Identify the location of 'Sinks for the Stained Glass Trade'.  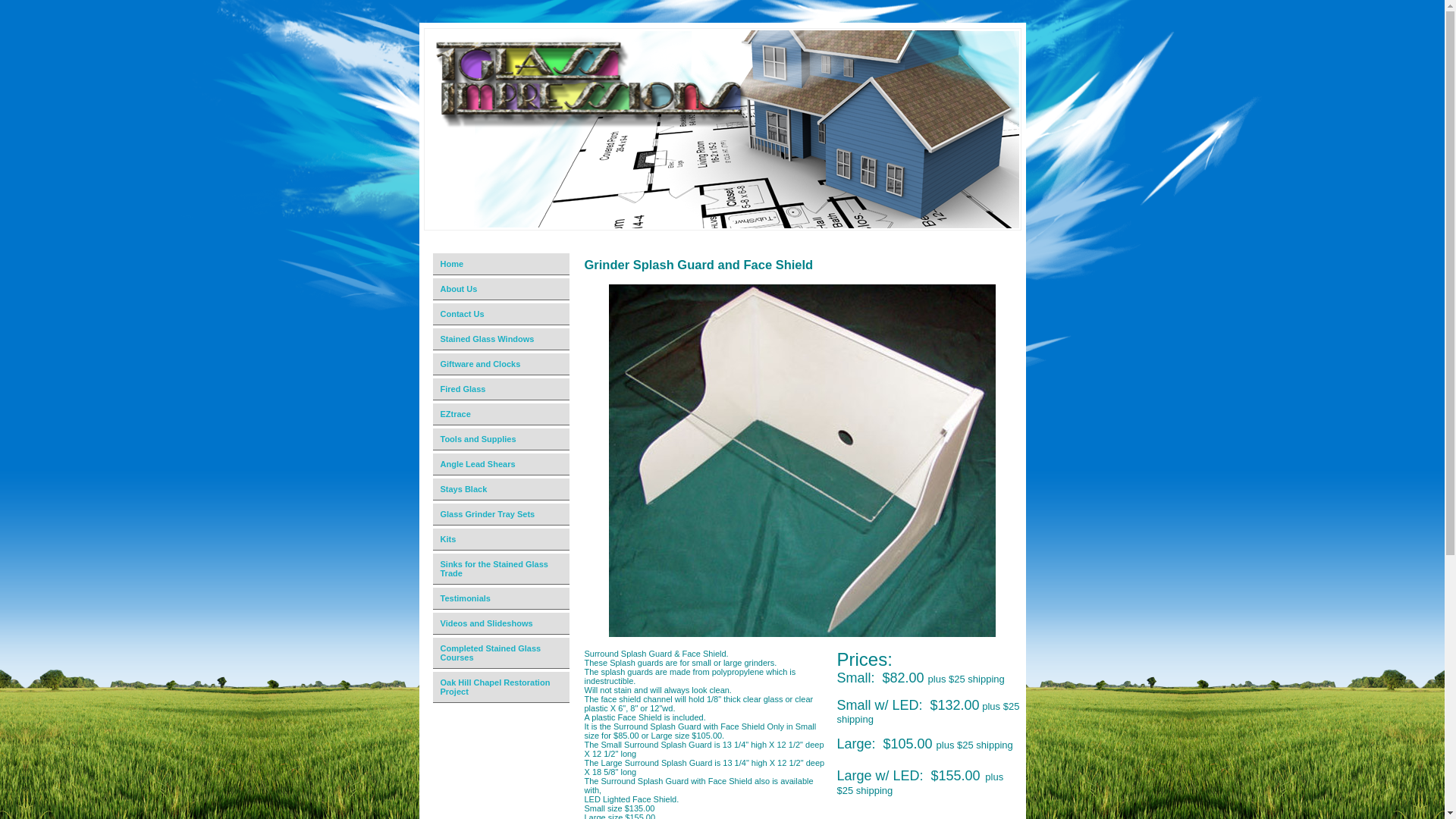
(502, 569).